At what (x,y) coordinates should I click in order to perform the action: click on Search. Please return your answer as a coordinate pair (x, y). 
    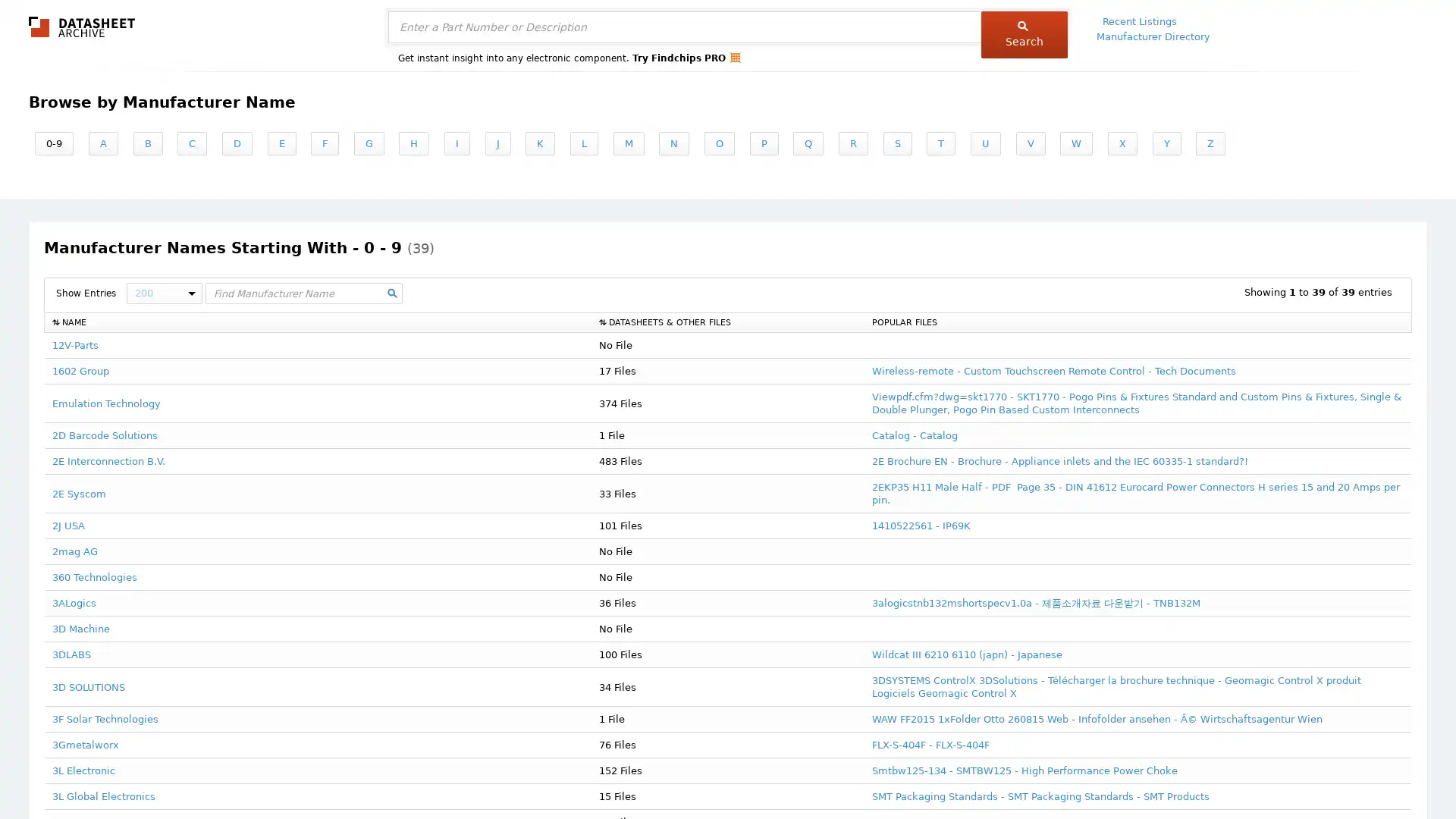
    Looking at the image, I should click on (1023, 34).